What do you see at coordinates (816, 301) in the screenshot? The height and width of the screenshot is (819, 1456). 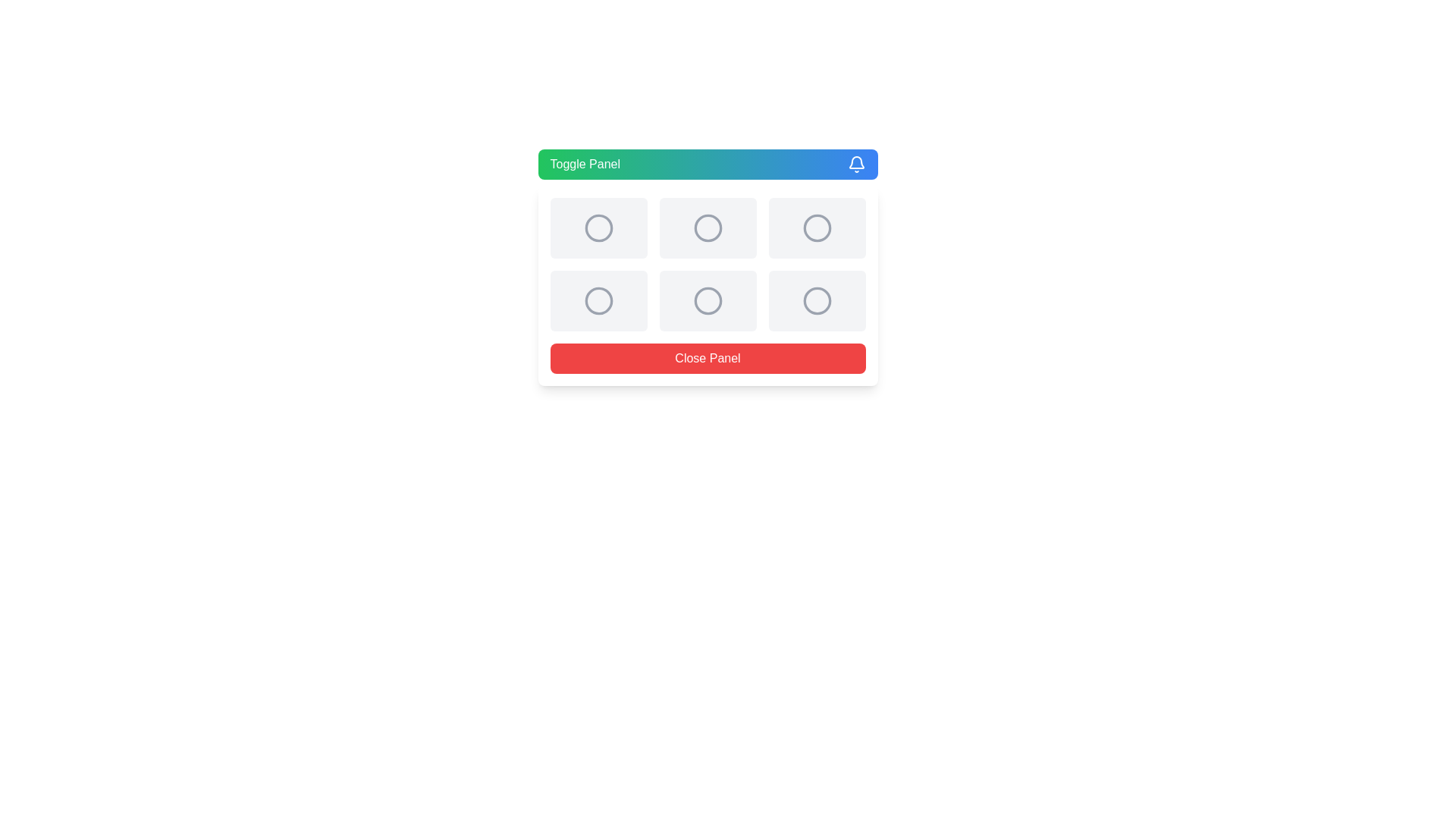 I see `the center circle of the sixth item in a 3x2 grid layout on the panel, which has a neutral grey border and no fill` at bounding box center [816, 301].